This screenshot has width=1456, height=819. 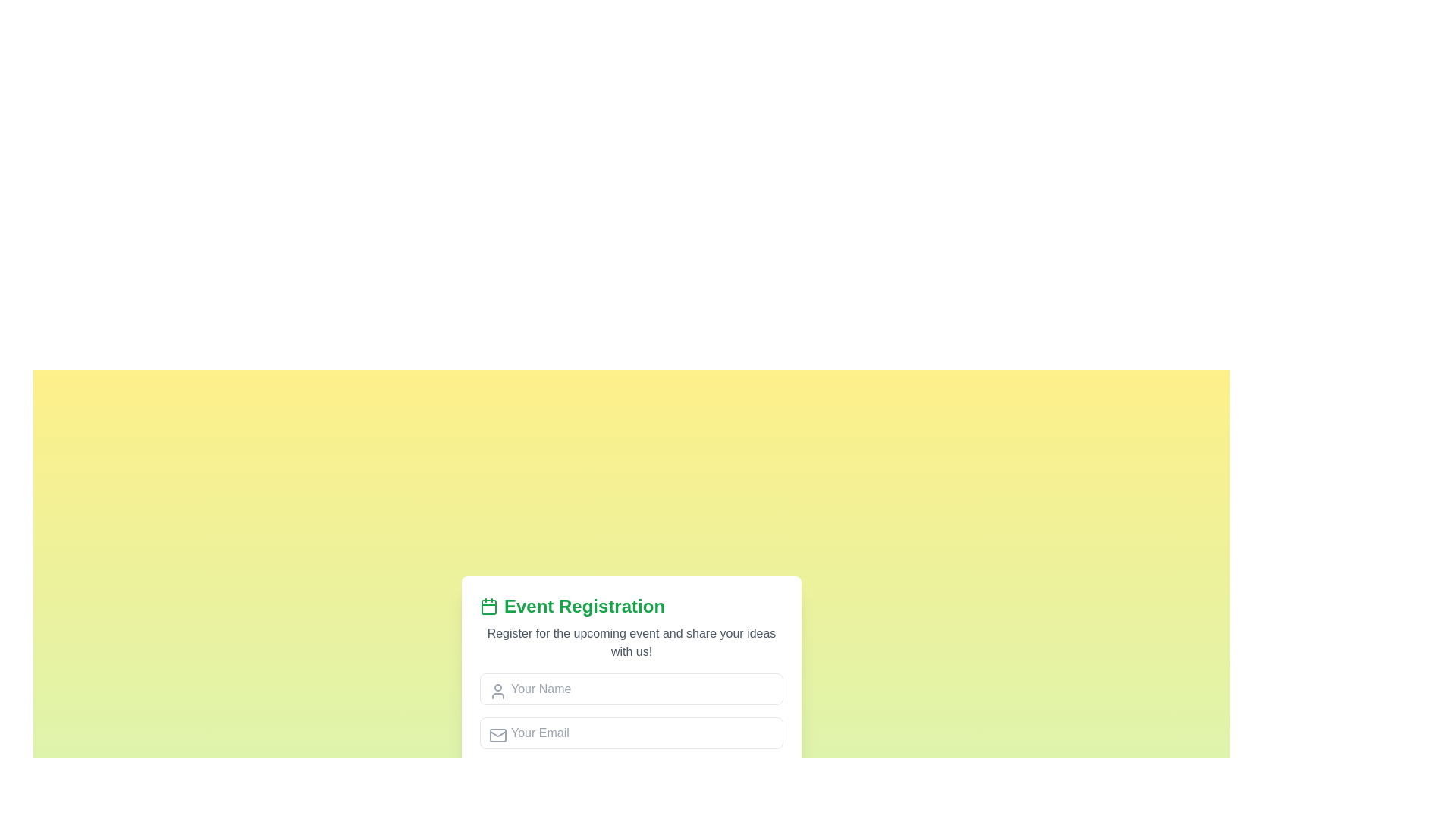 What do you see at coordinates (632, 642) in the screenshot?
I see `the static text label providing context for event registration, positioned below the 'Event Registration' heading and above the input fields for 'Your Name' and 'Your Email'` at bounding box center [632, 642].